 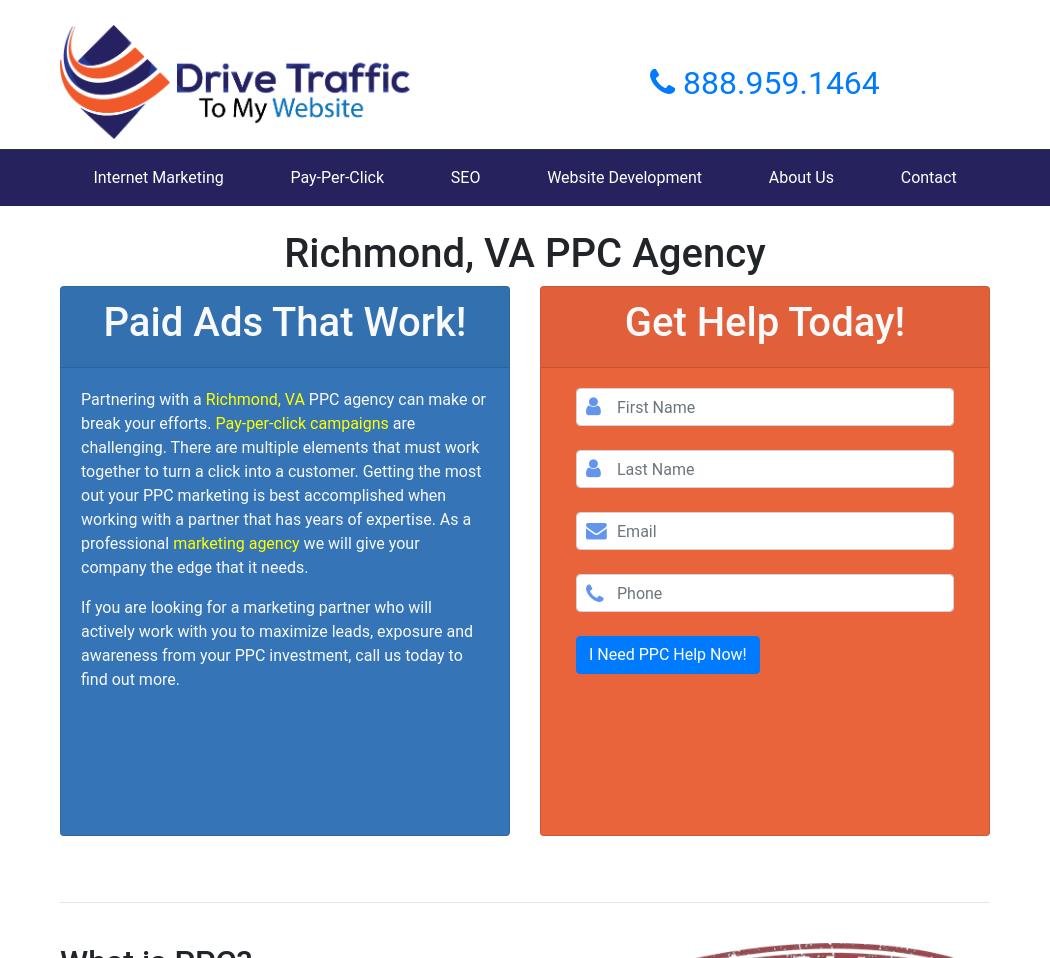 I want to click on 'SEO', so click(x=465, y=176).